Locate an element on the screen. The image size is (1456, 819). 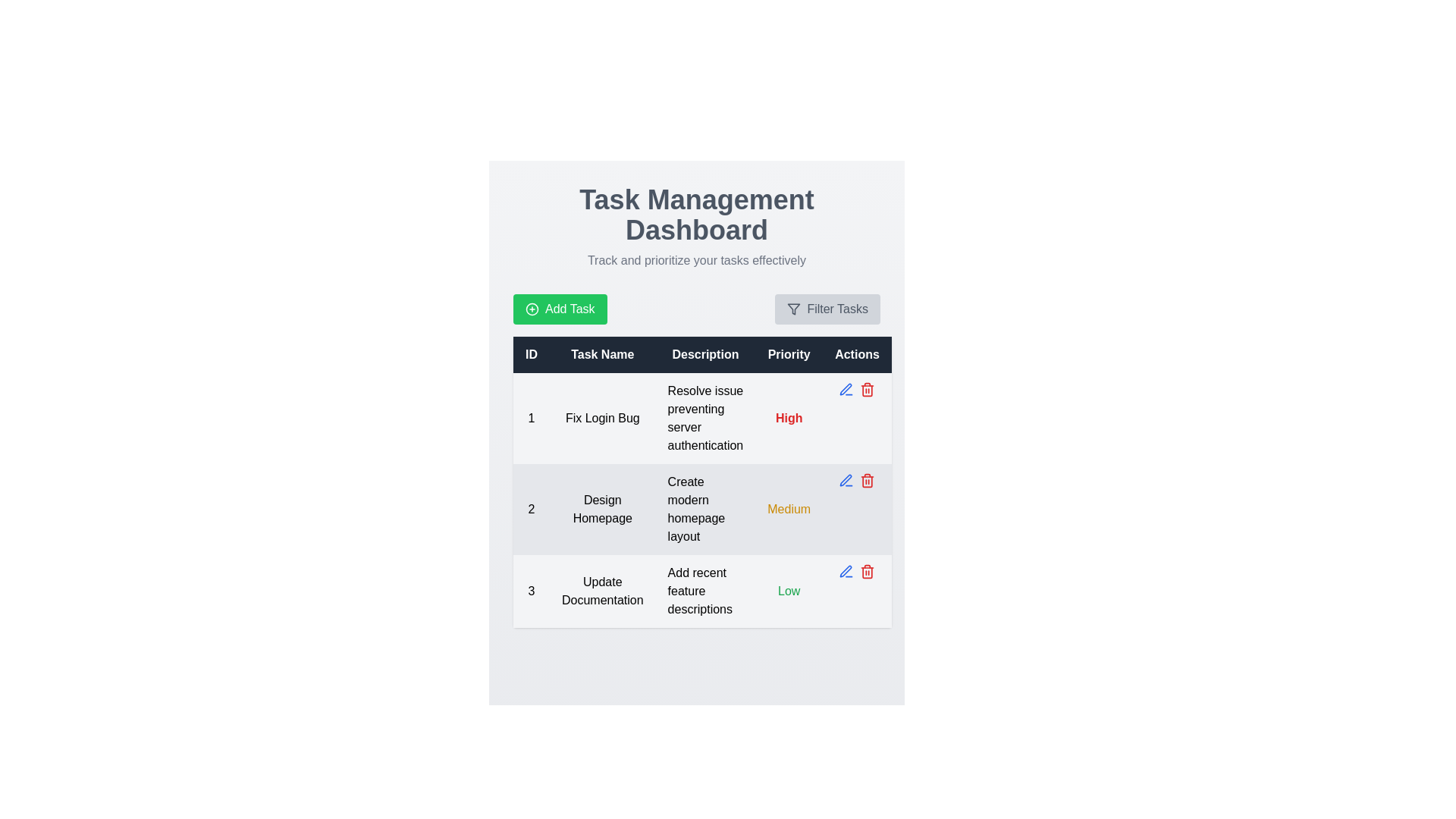
the third column header label in the table that indicates the content type for the respective column below it, centrally aligned and located in the header row is located at coordinates (704, 354).